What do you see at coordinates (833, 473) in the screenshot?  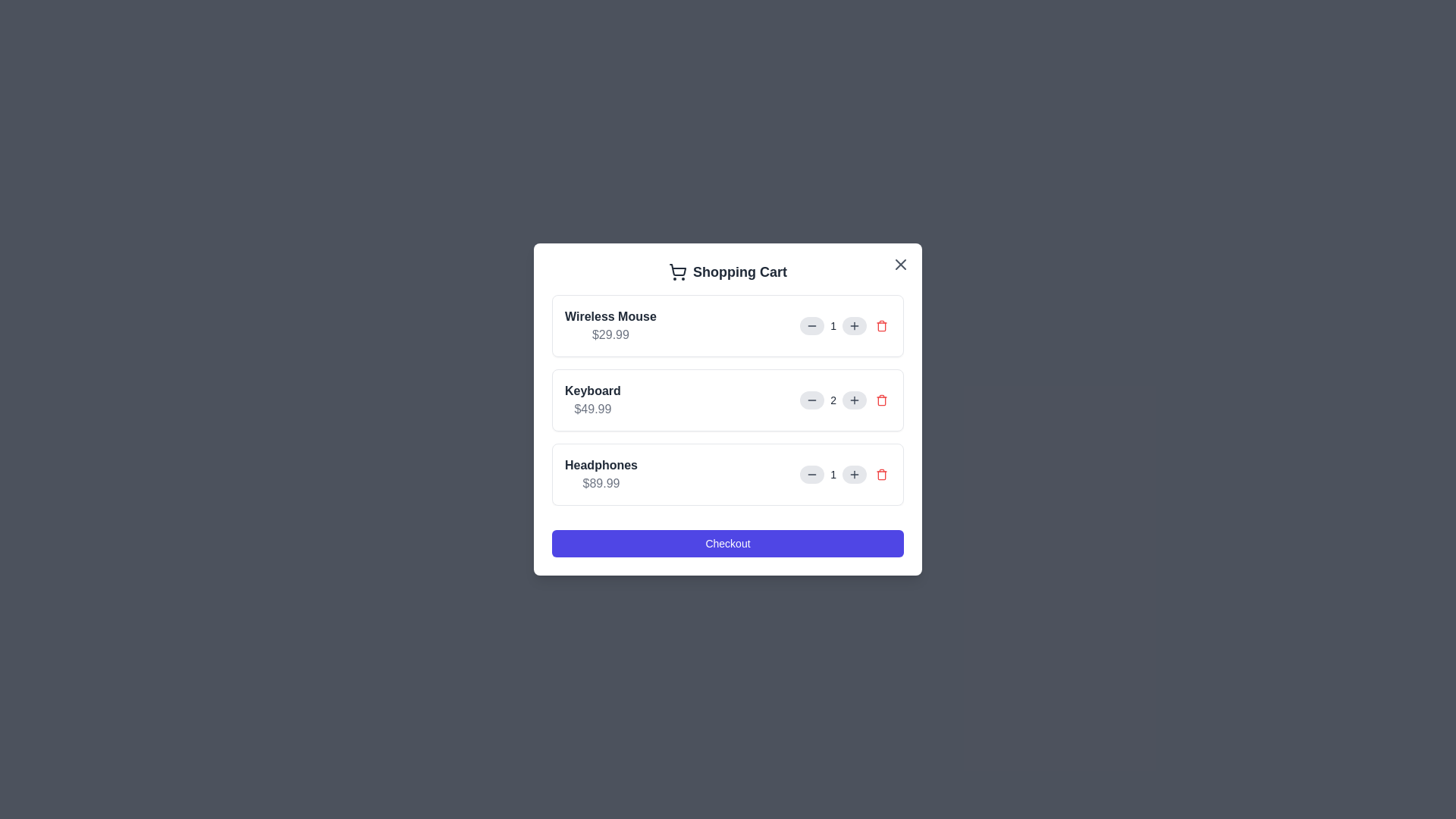 I see `the current quantity displayed in the text label containing the numeral '1', which is styled in gray and positioned between the decrement and increment buttons in a quantity adjustment panel` at bounding box center [833, 473].